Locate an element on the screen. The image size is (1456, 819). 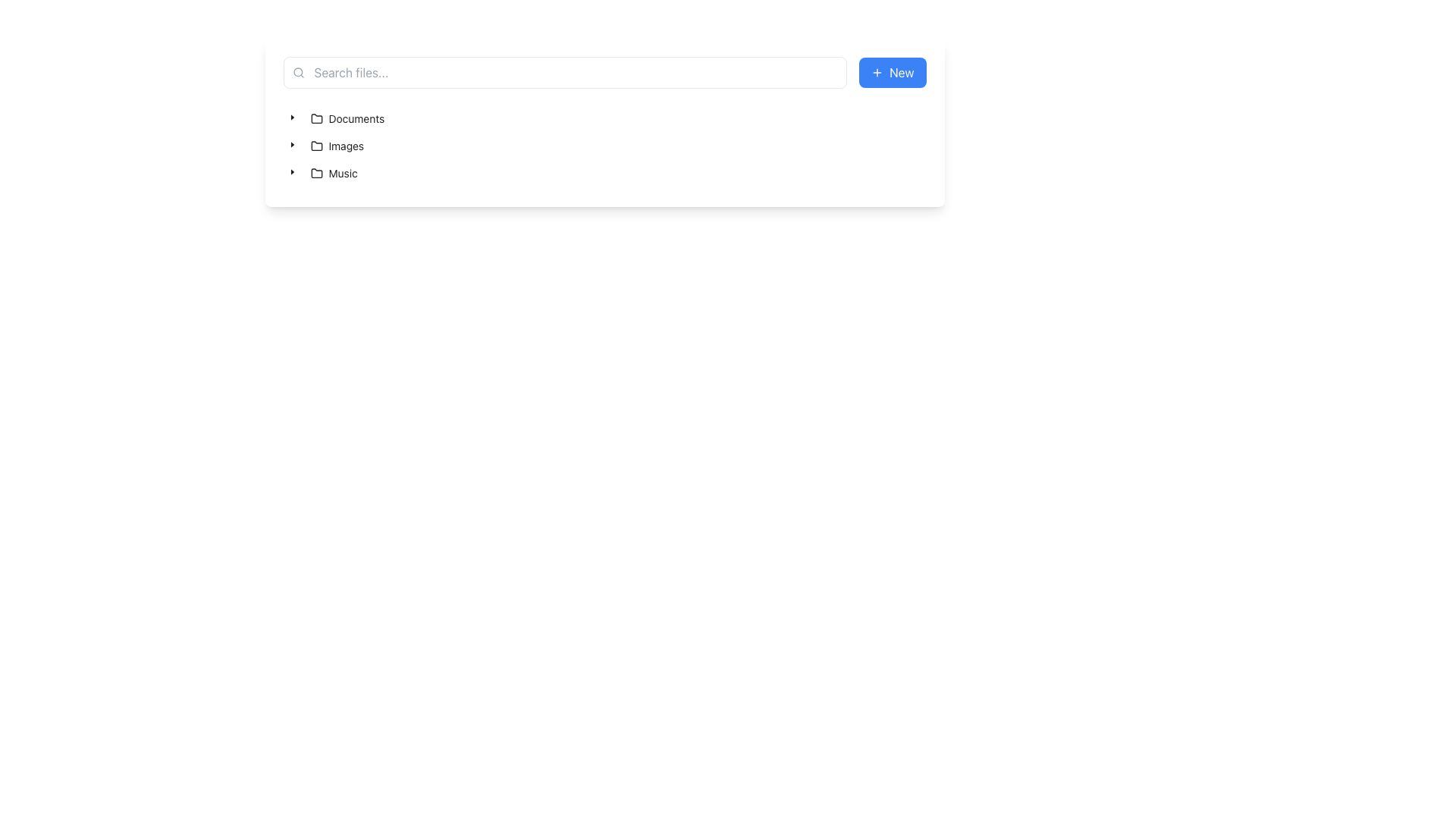
the 'Documents' label with a folder icon is located at coordinates (346, 118).